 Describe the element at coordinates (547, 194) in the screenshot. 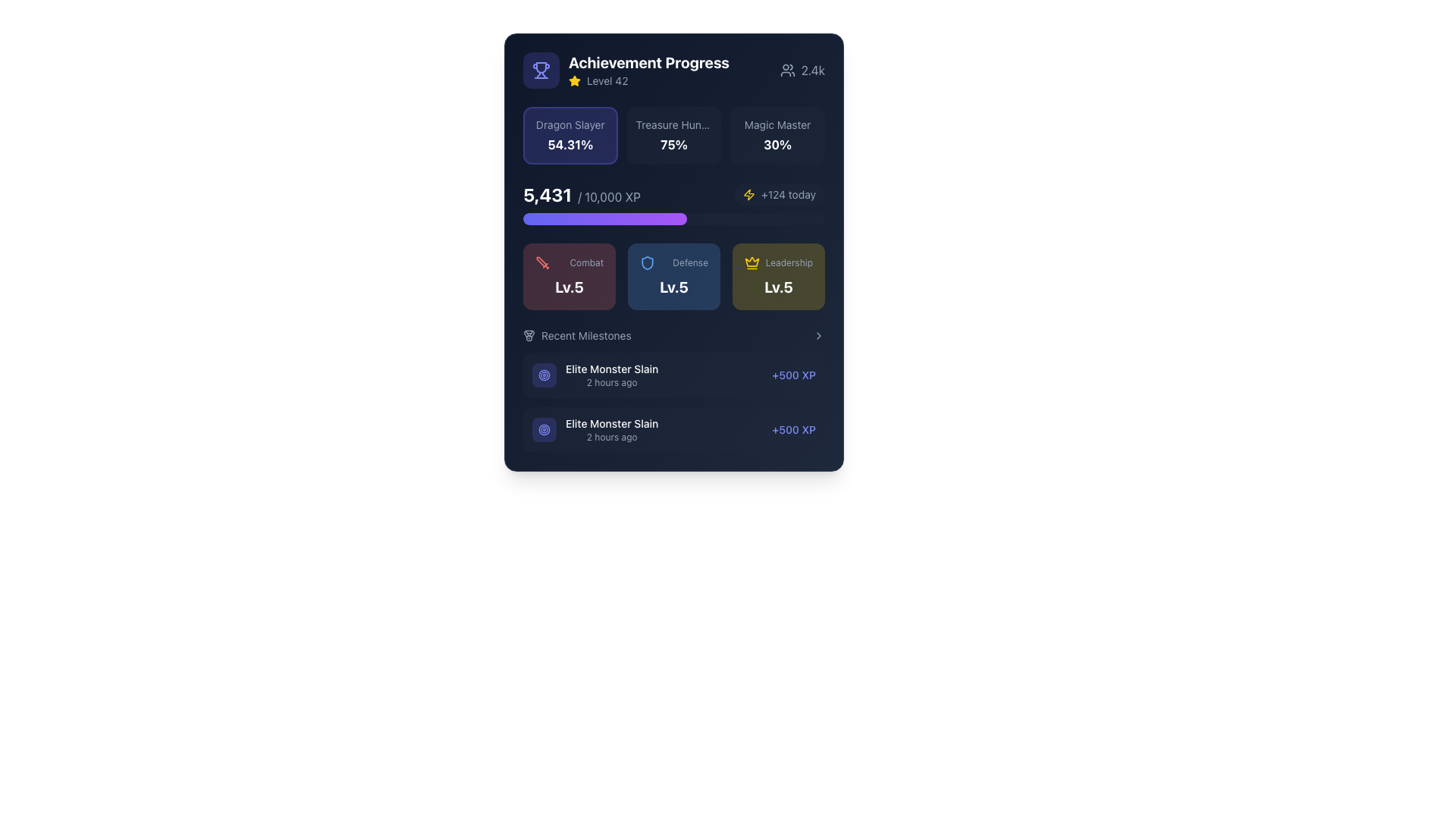

I see `numeric value displayed in the XP text label, which indicates the user's current experience points, located on the left side of the '5,431 / 10,000 XP' text` at that location.